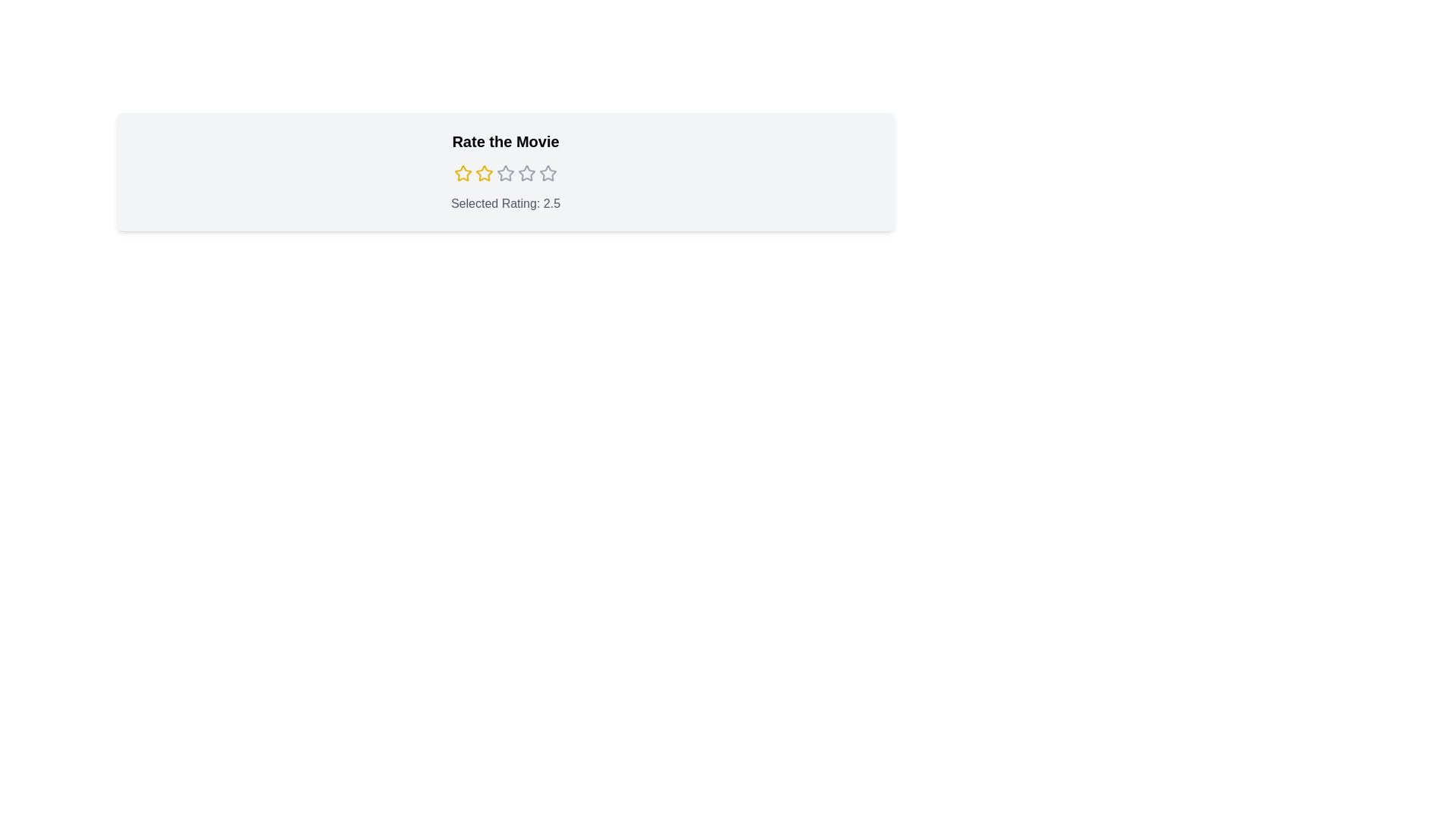 This screenshot has width=1456, height=819. I want to click on the third star icon in the graphical rating component, so click(506, 172).